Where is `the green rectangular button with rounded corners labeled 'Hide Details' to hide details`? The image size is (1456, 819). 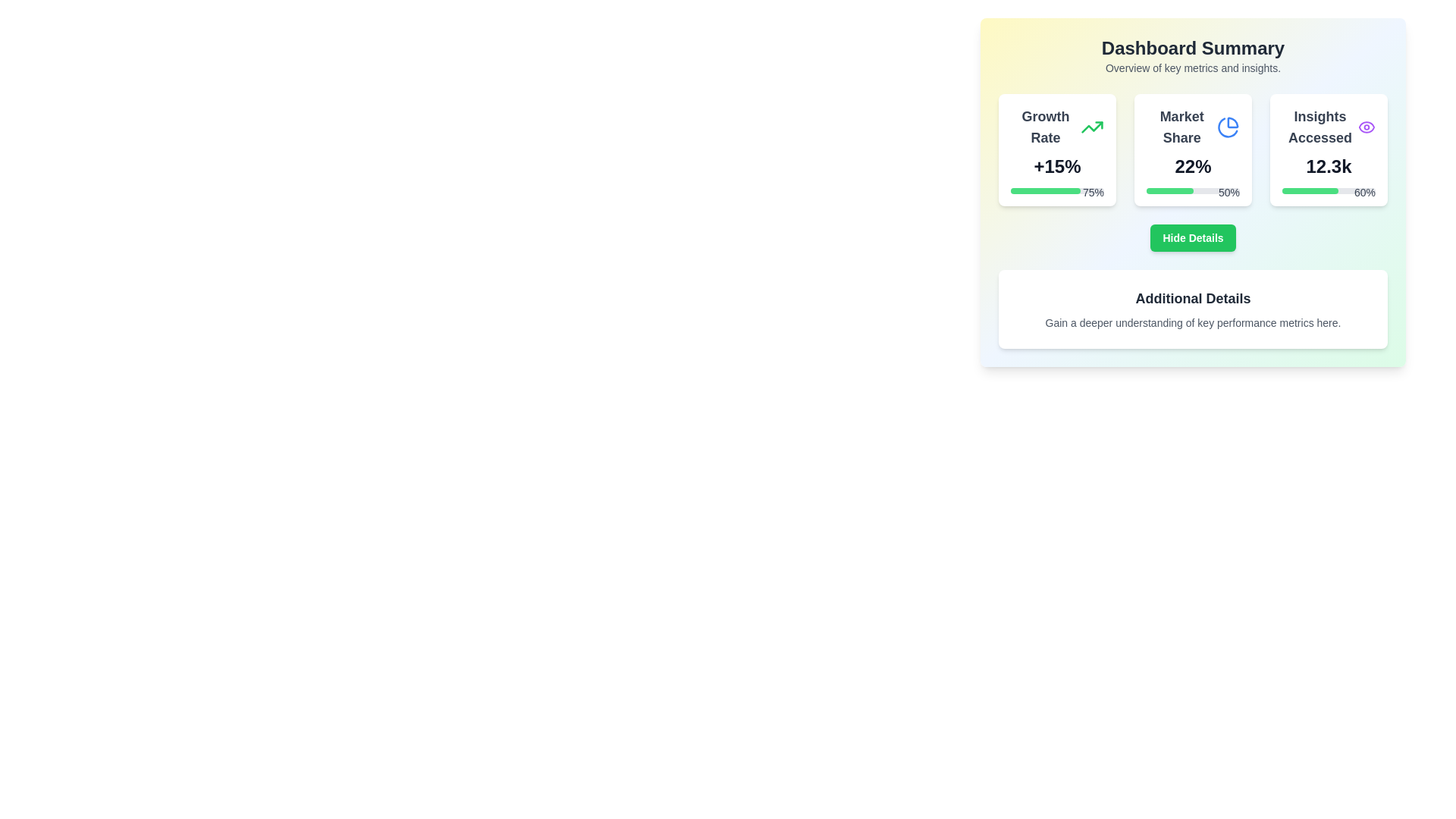 the green rectangular button with rounded corners labeled 'Hide Details' to hide details is located at coordinates (1192, 237).